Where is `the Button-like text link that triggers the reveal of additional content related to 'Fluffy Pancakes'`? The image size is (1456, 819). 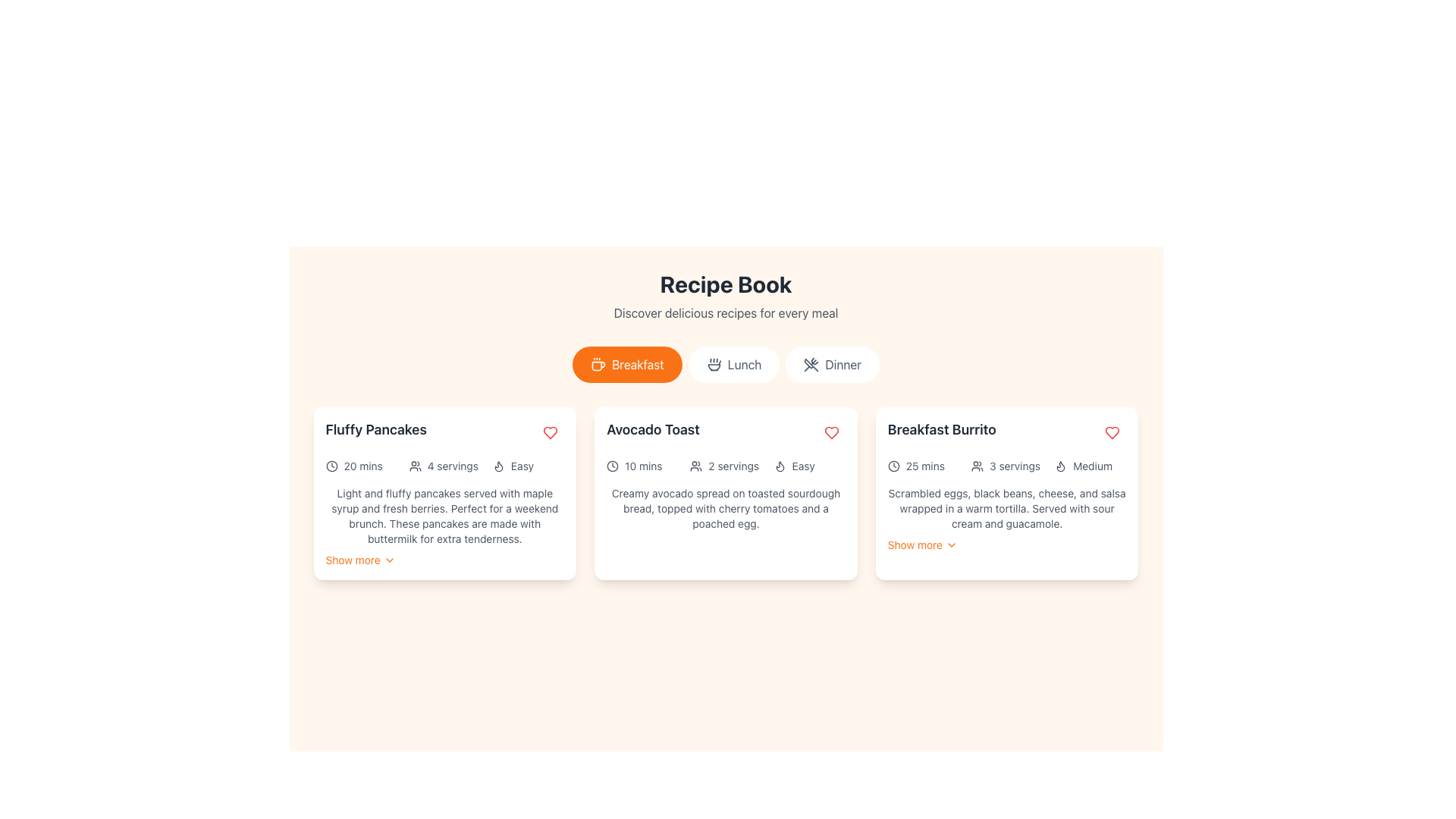 the Button-like text link that triggers the reveal of additional content related to 'Fluffy Pancakes' is located at coordinates (359, 560).